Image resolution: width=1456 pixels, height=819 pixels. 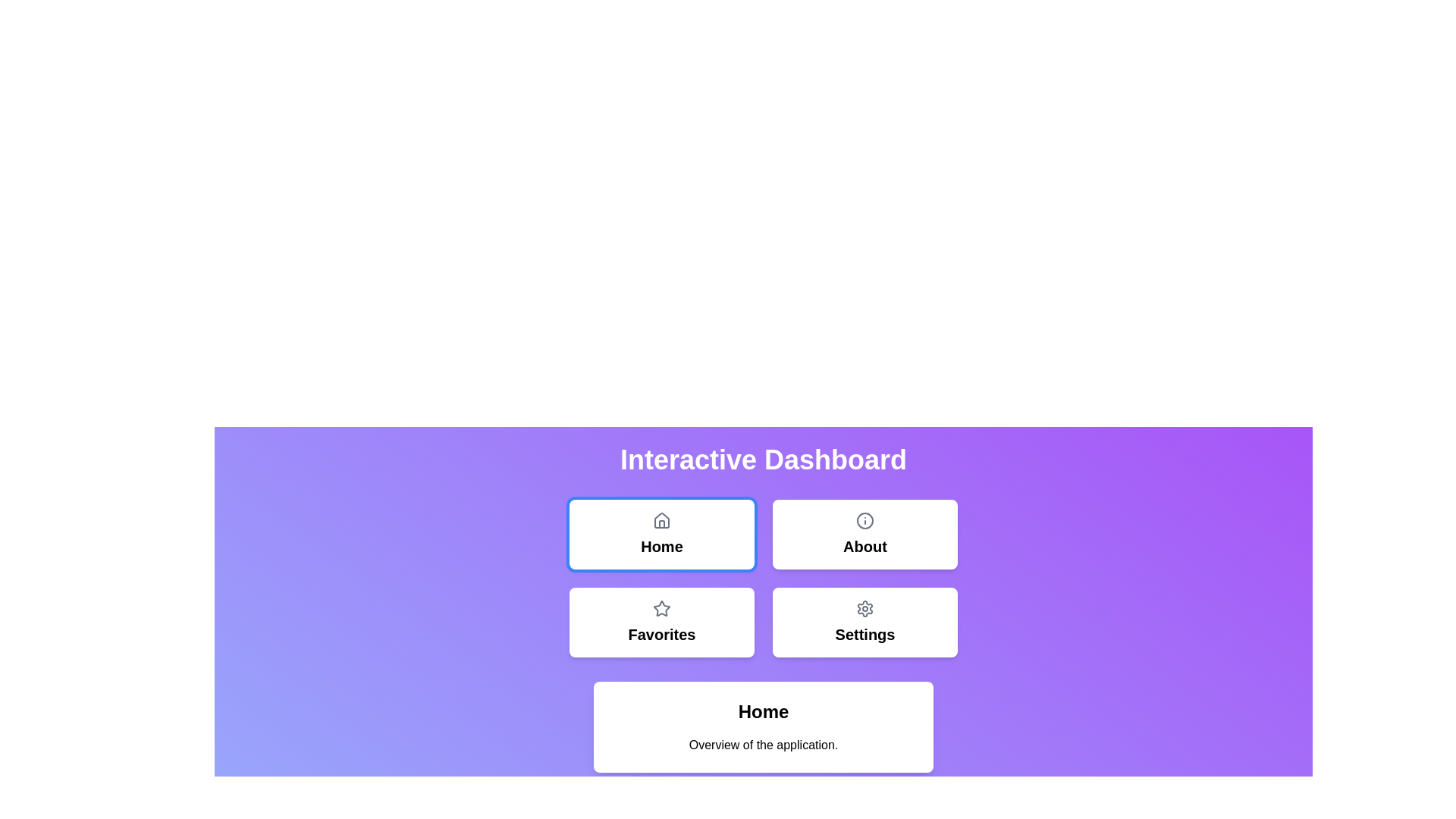 What do you see at coordinates (865, 534) in the screenshot?
I see `the About button to select it` at bounding box center [865, 534].